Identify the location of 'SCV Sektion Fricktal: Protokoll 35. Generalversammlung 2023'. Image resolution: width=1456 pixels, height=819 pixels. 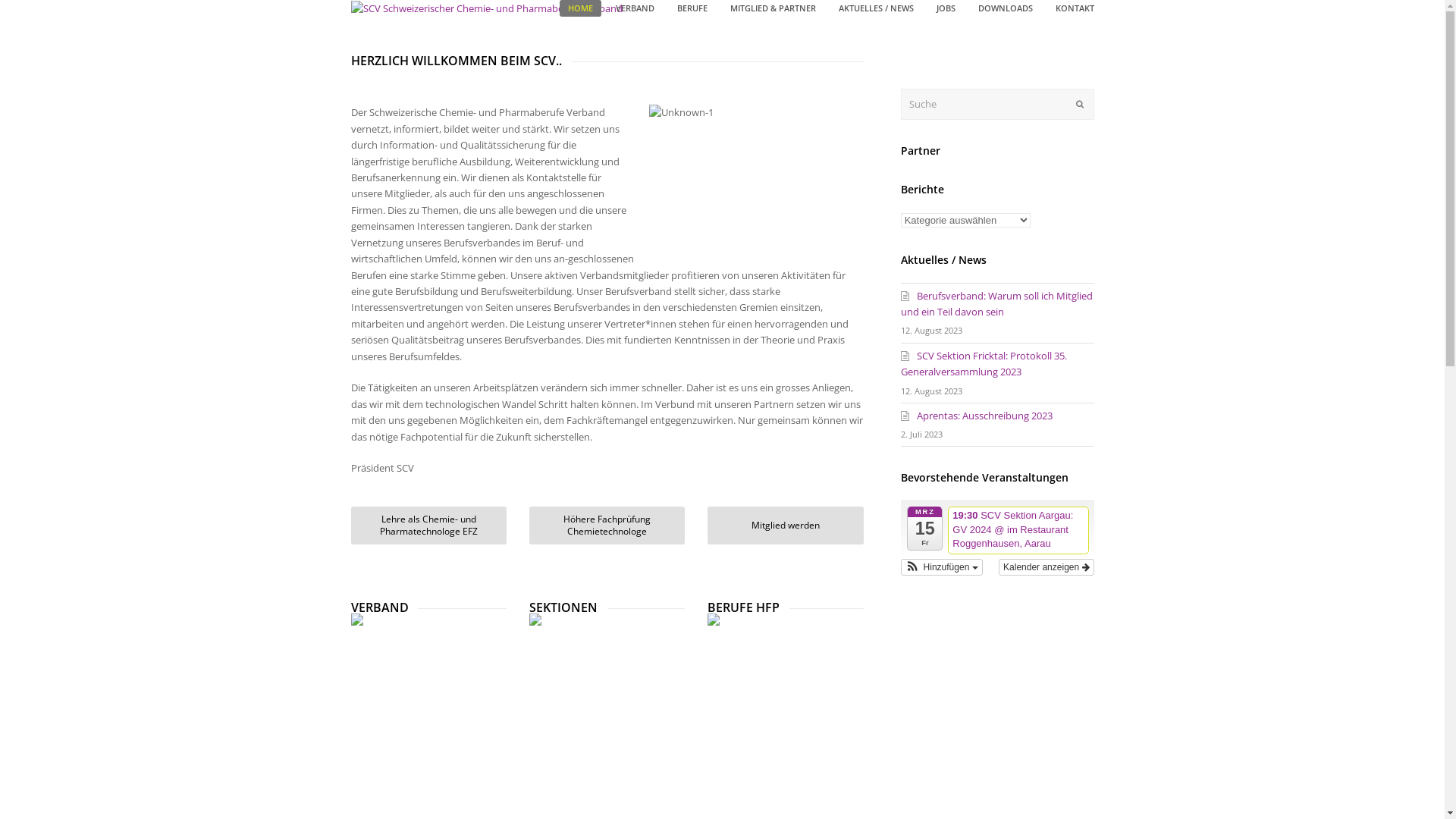
(901, 363).